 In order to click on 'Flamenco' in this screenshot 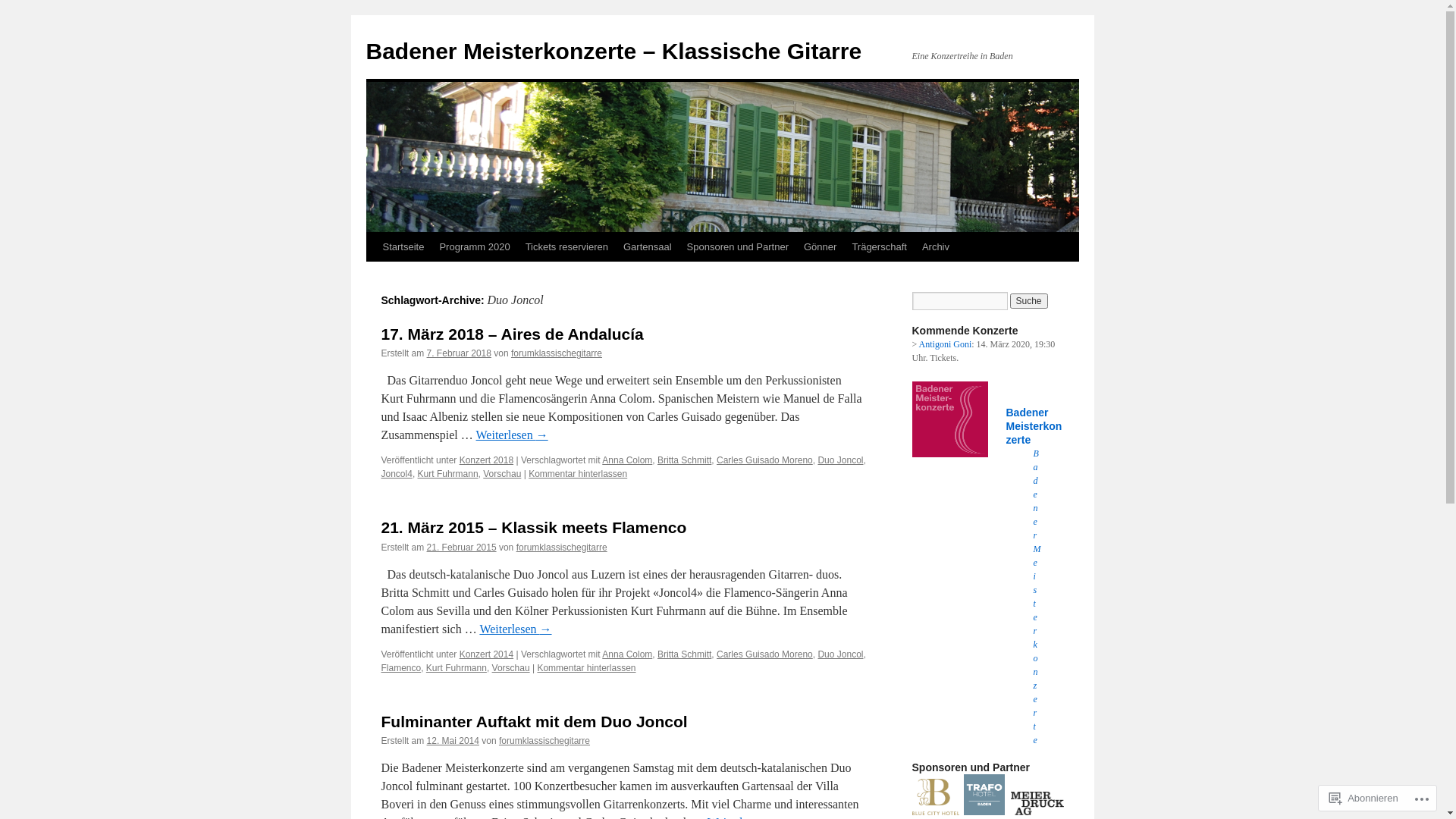, I will do `click(381, 667)`.